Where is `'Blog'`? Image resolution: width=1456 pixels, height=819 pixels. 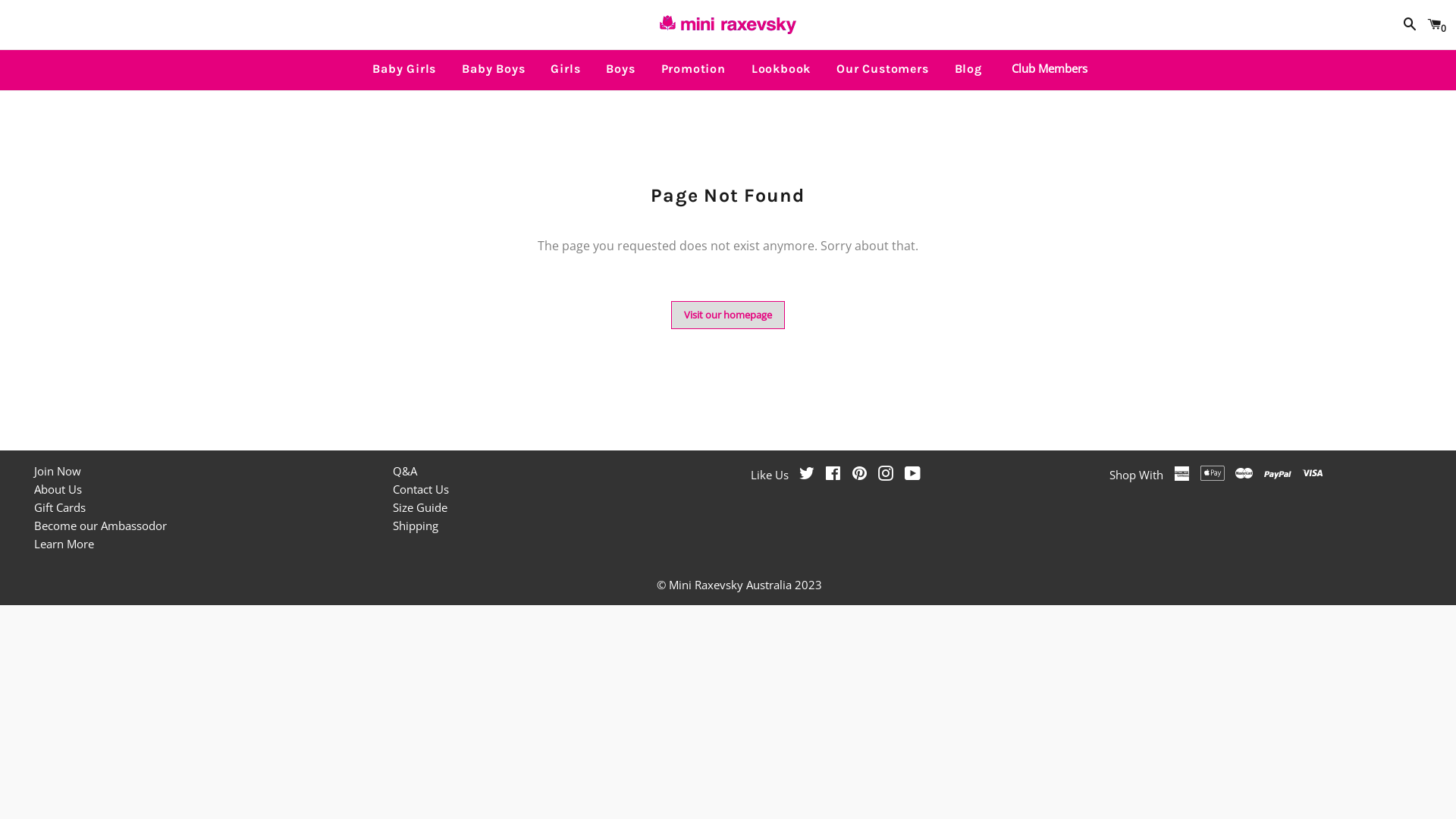 'Blog' is located at coordinates (967, 69).